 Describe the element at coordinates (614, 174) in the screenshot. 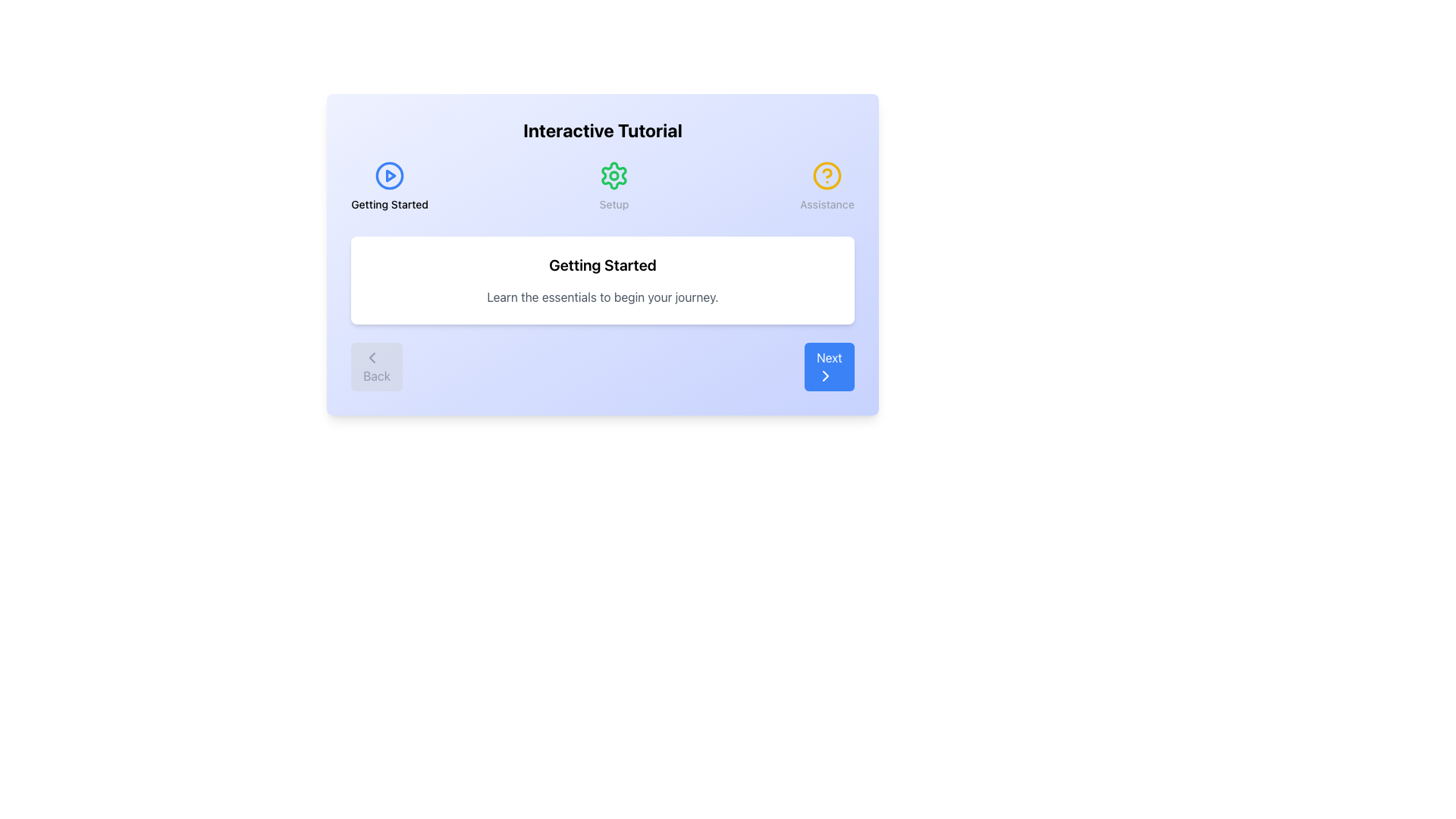

I see `the 'Setup' icon, which is positioned directly above the text 'Setup' and located in the middle of a row bordered by 'Getting Started' and 'Assistance'` at that location.